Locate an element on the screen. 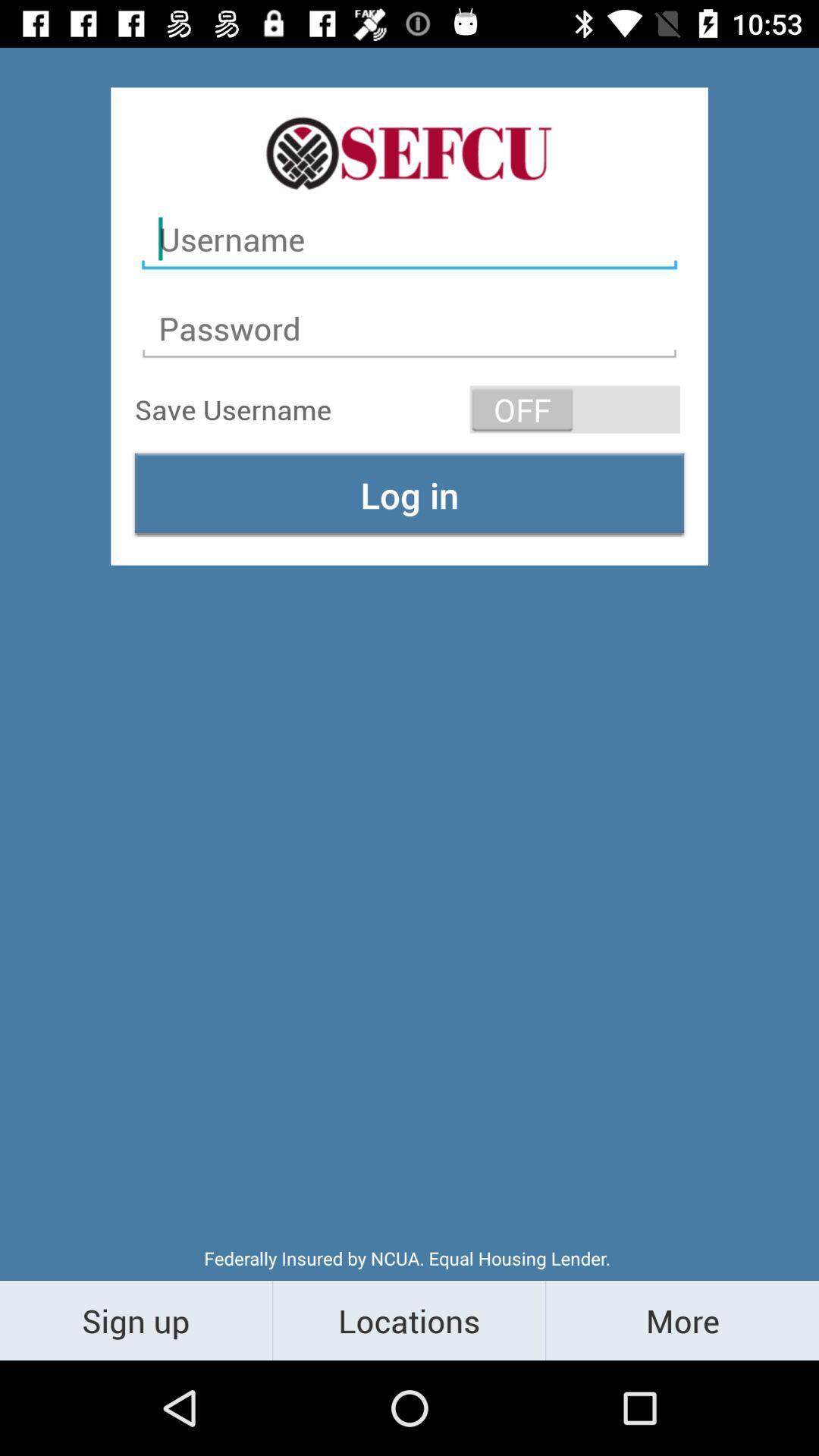  the item above log in icon is located at coordinates (575, 409).